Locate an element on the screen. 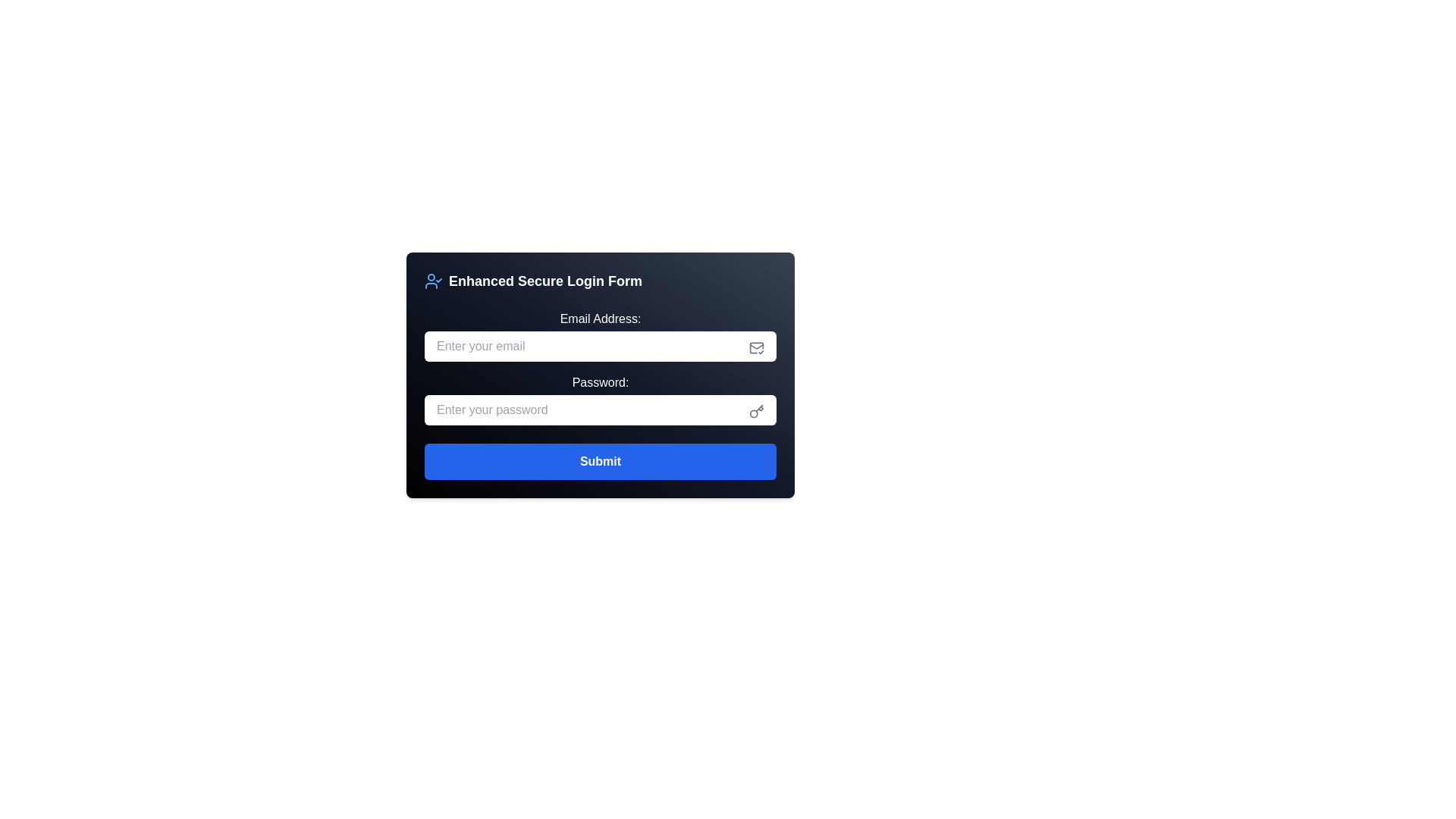 This screenshot has height=819, width=1456. the visibility toggle button located at the far right of the 'Password:' field is located at coordinates (757, 412).